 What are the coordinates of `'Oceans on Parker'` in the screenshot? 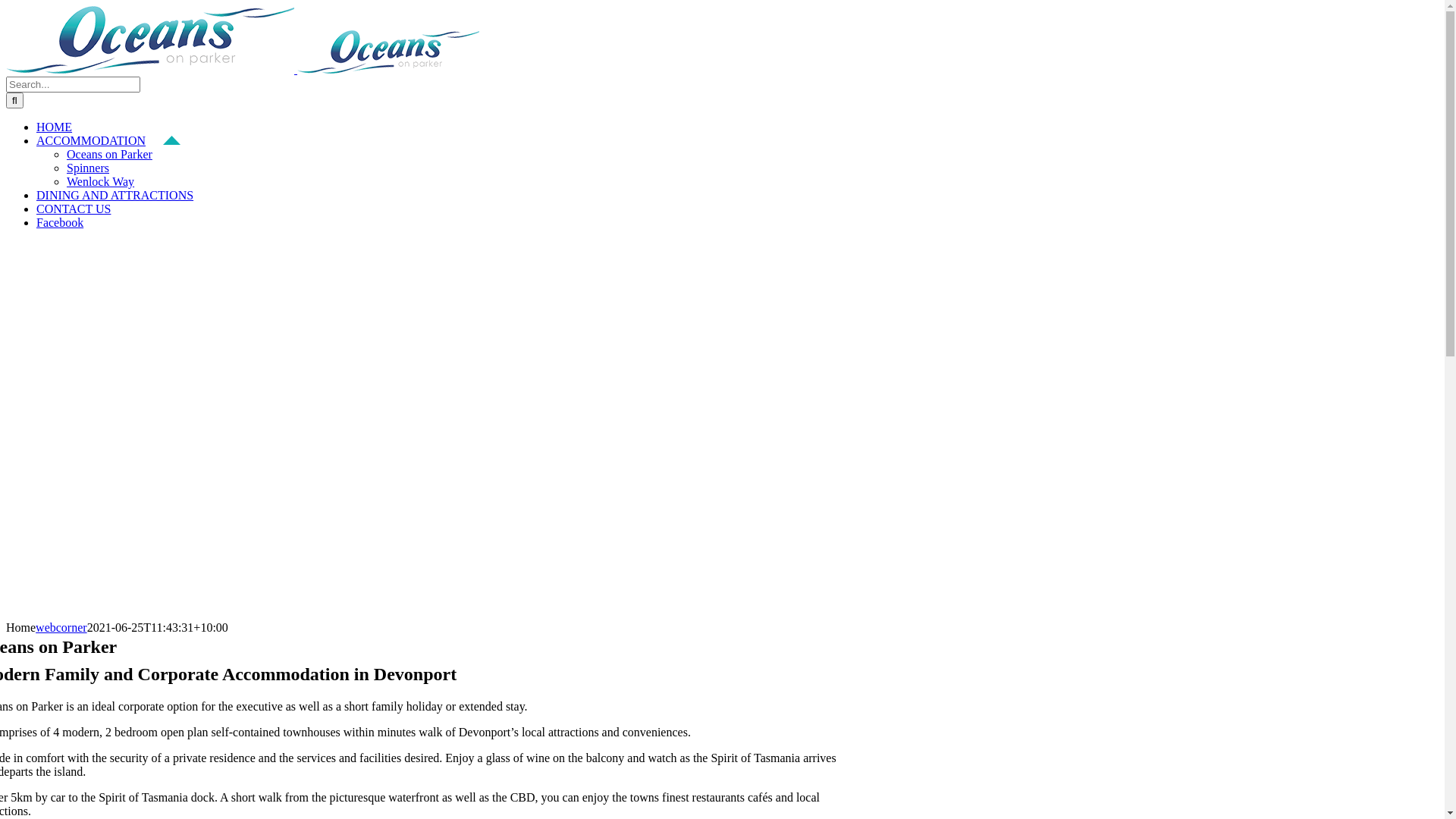 It's located at (108, 154).